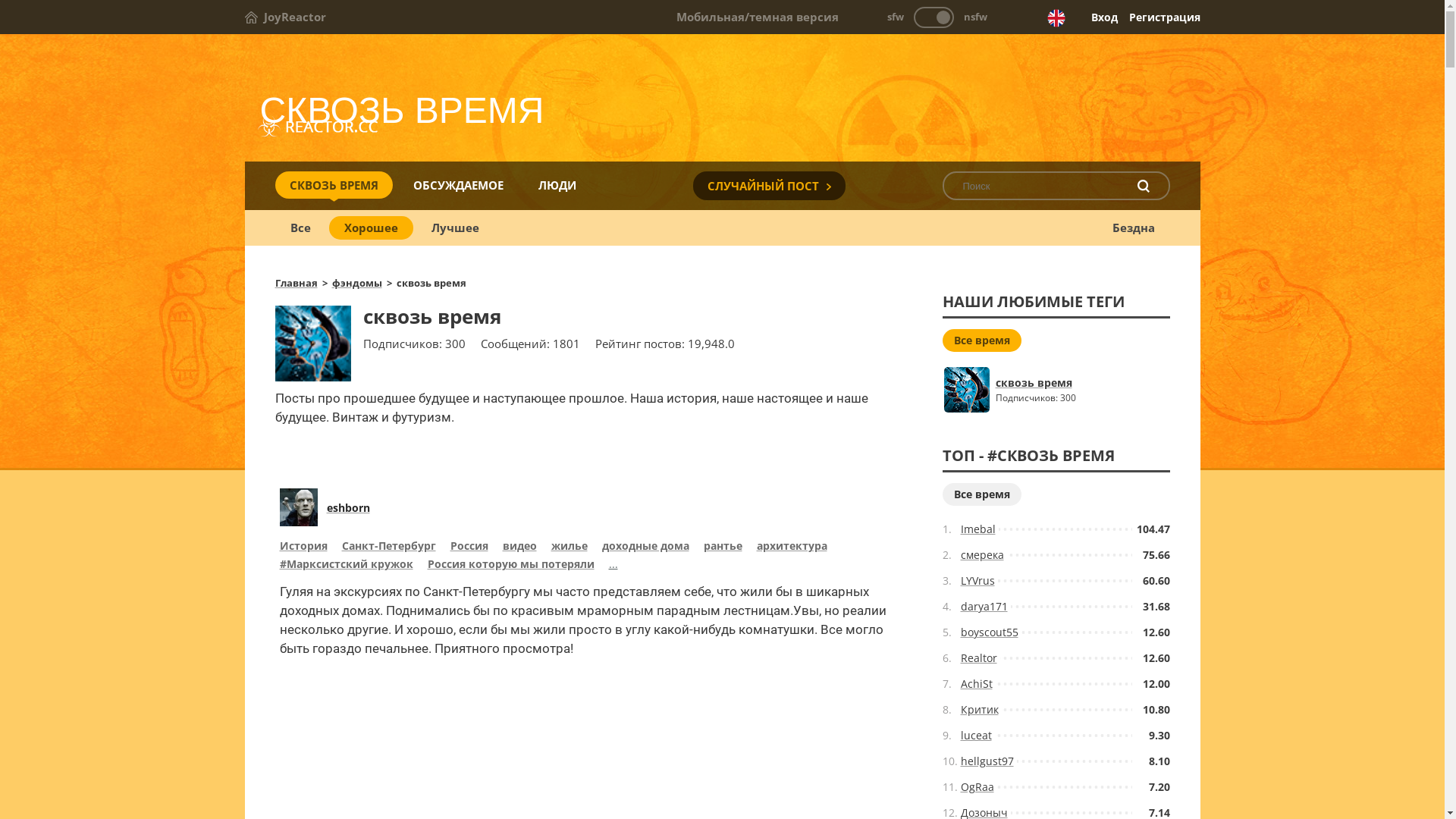 This screenshot has width=1456, height=819. What do you see at coordinates (975, 734) in the screenshot?
I see `'luceat'` at bounding box center [975, 734].